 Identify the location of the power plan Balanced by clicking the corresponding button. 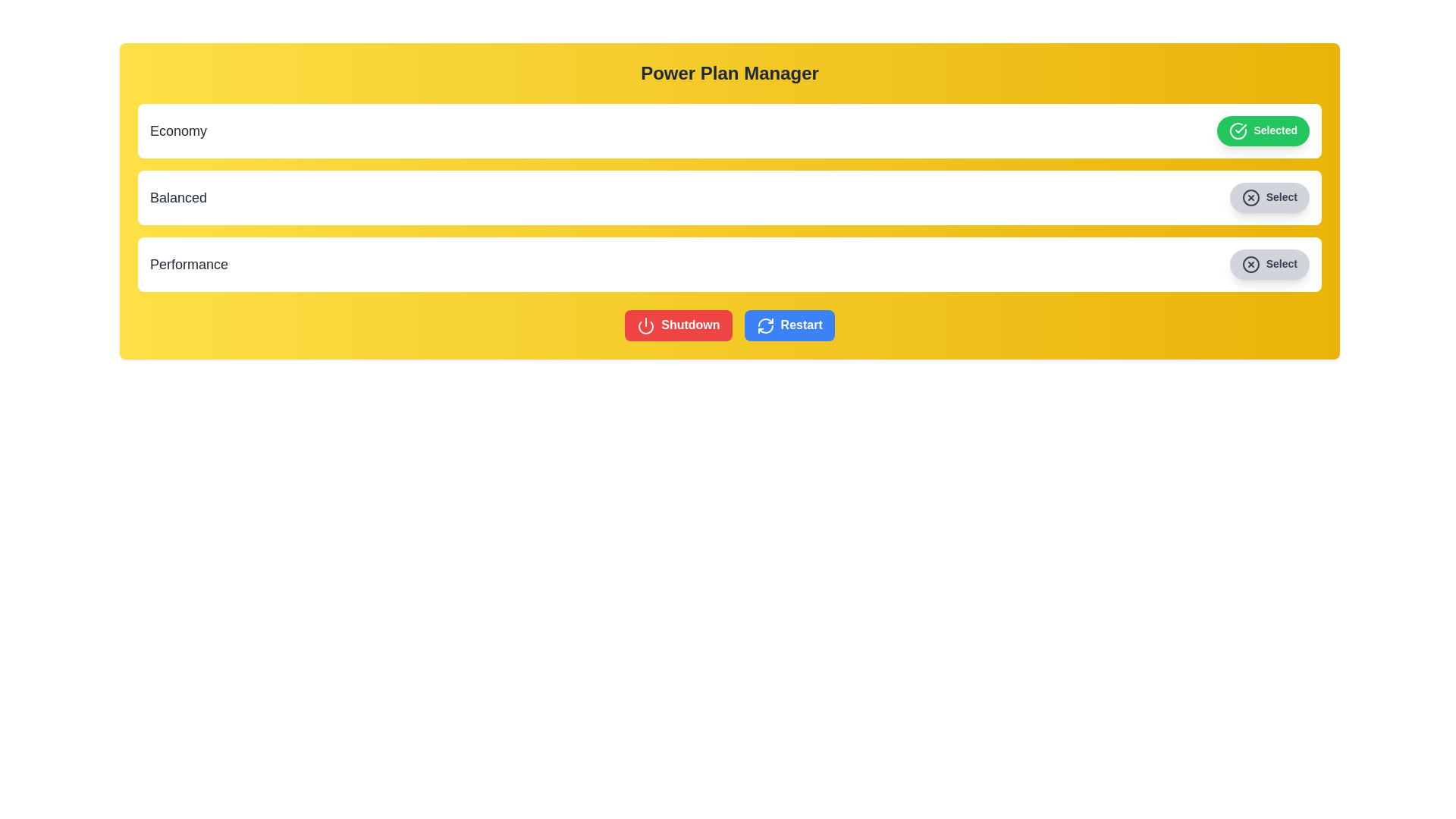
(1269, 197).